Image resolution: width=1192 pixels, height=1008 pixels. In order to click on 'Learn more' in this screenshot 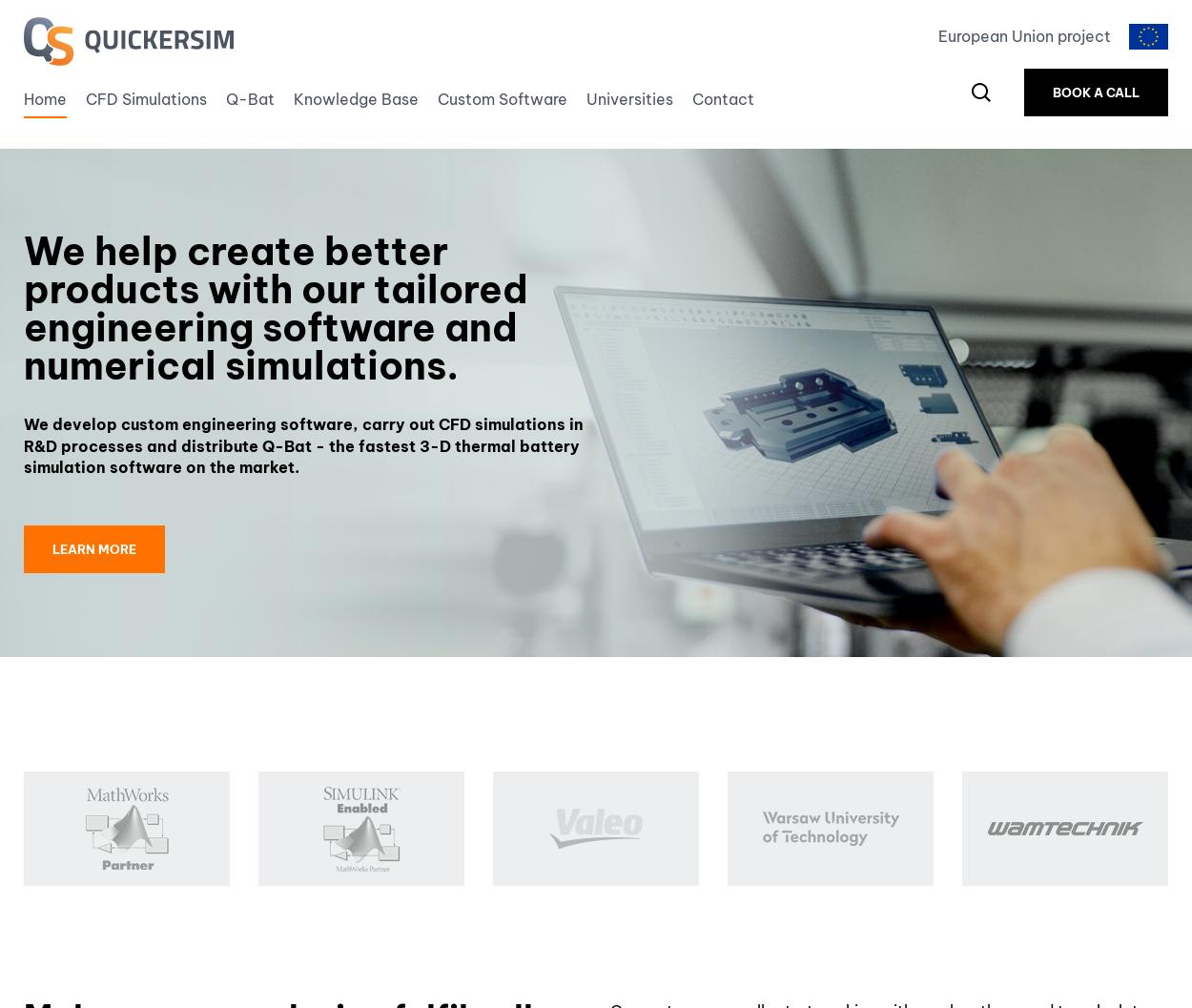, I will do `click(93, 547)`.